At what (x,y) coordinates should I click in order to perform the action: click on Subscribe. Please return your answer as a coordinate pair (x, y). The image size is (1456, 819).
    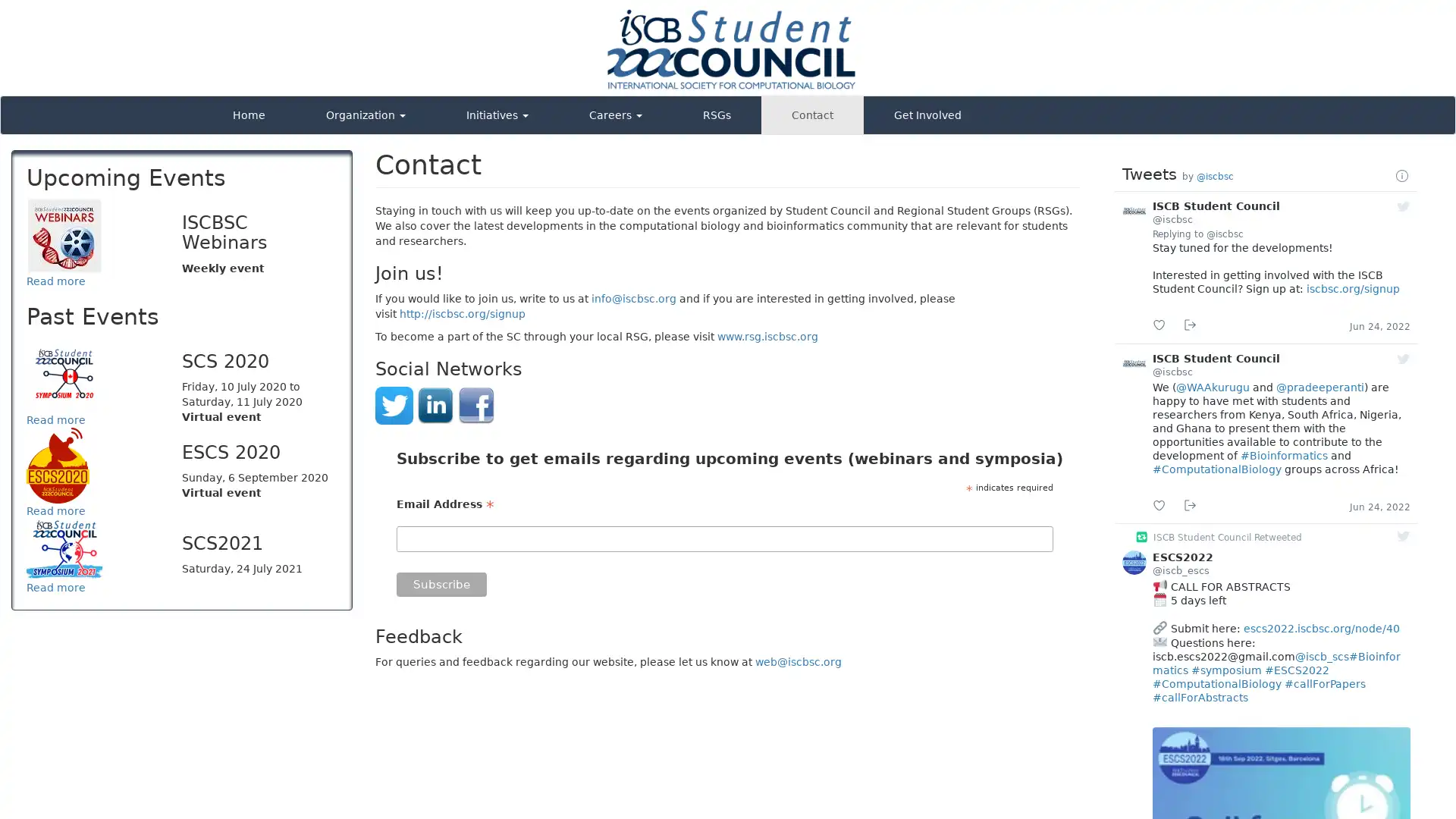
    Looking at the image, I should click on (440, 583).